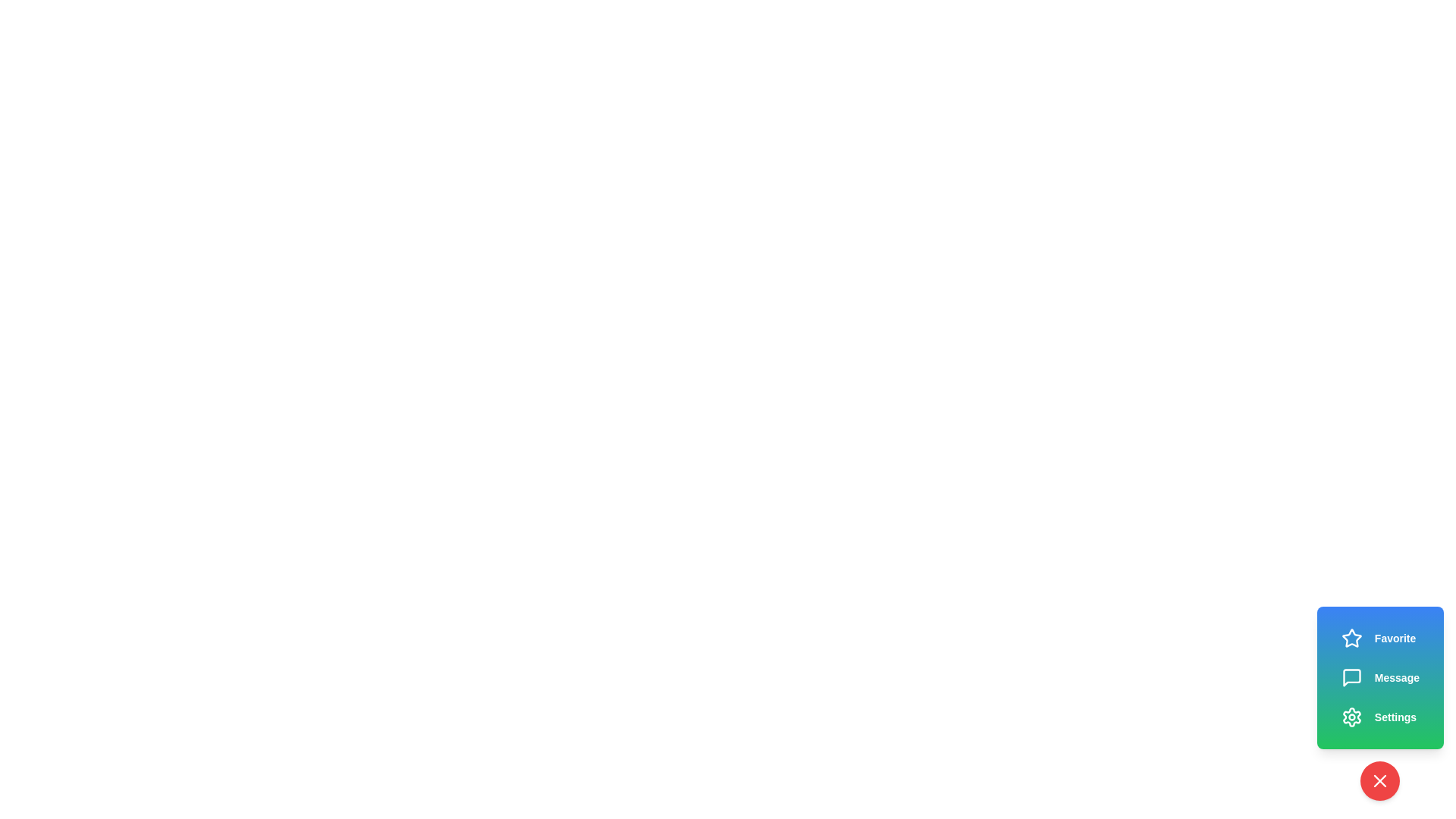 Image resolution: width=1456 pixels, height=819 pixels. Describe the element at coordinates (1380, 677) in the screenshot. I see `the 'Message' action button` at that location.